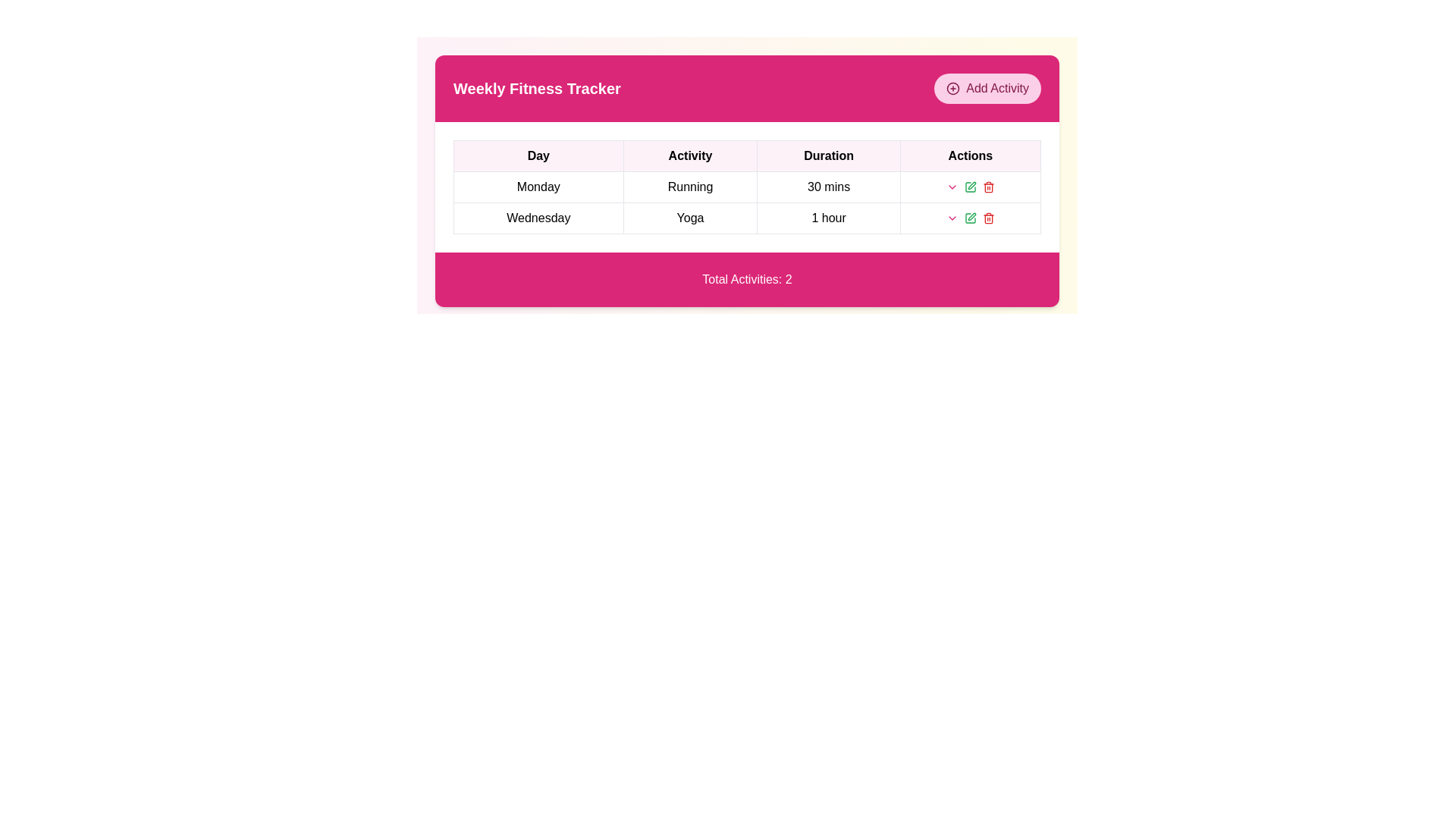 The image size is (1456, 819). I want to click on the interactive icon in the 'Actions' column of the second row corresponding to the 'Yoga' activity, so click(969, 218).